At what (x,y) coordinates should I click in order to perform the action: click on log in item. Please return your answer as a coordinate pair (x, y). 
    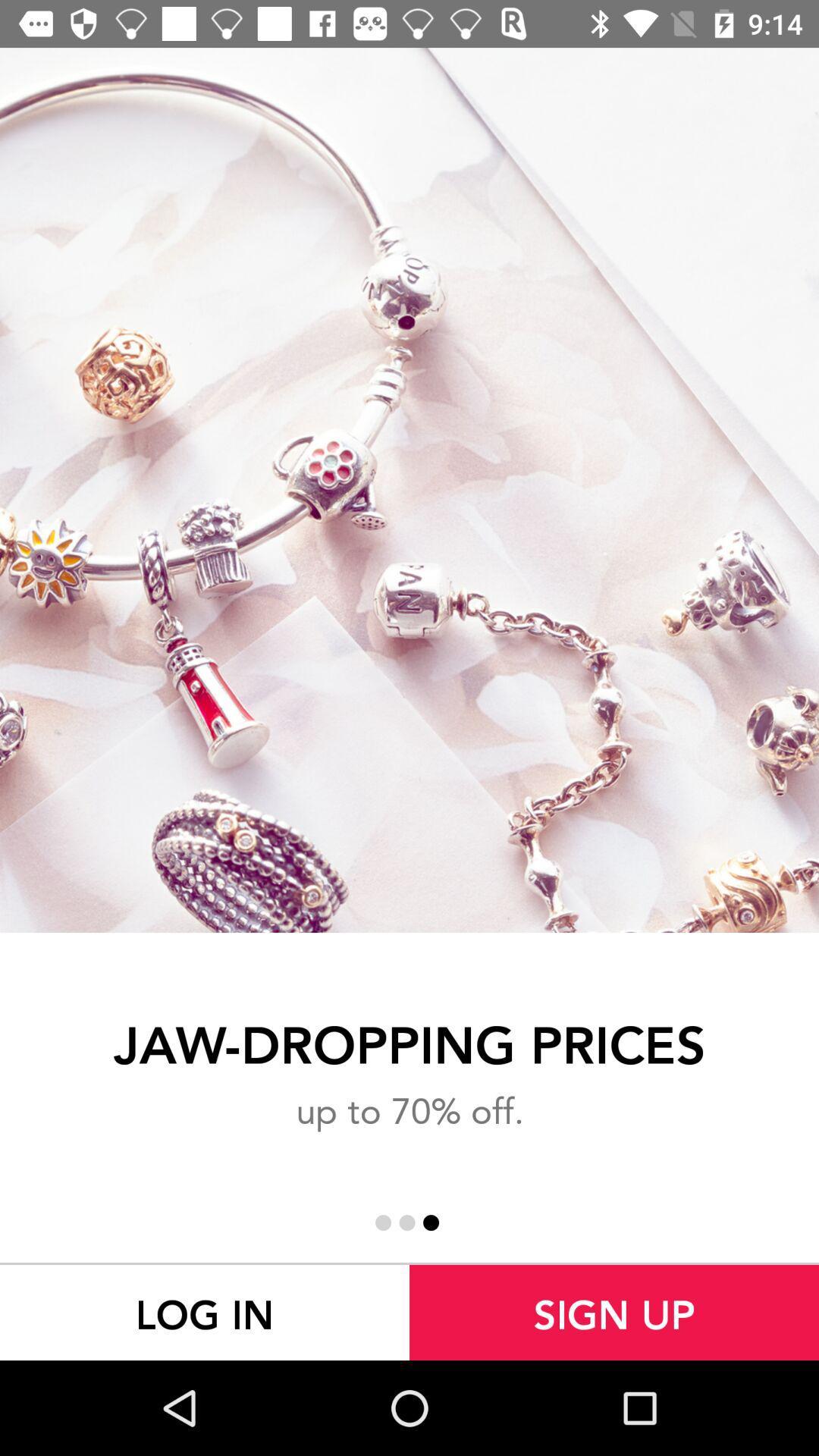
    Looking at the image, I should click on (205, 1312).